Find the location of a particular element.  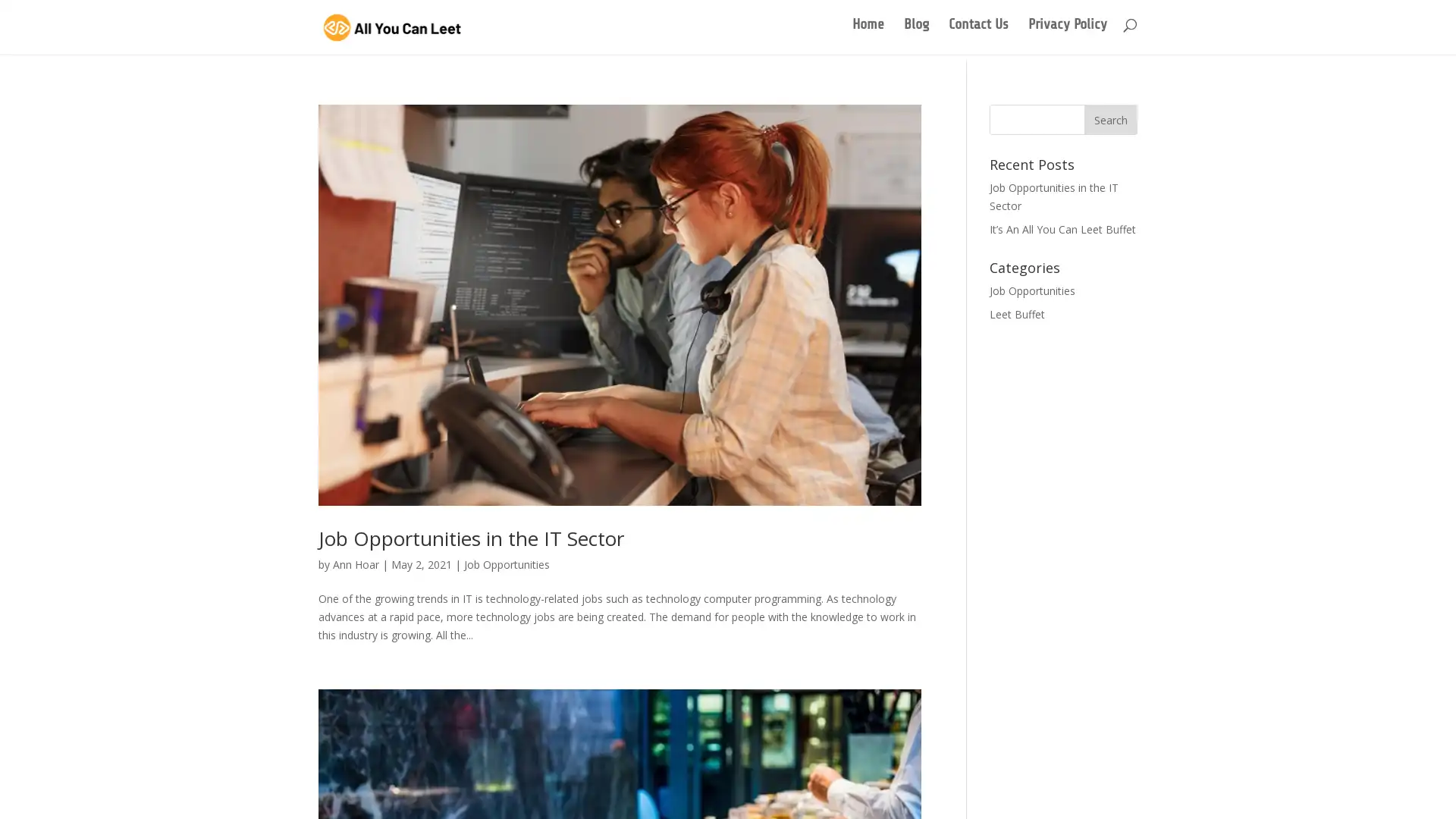

Search is located at coordinates (1110, 116).